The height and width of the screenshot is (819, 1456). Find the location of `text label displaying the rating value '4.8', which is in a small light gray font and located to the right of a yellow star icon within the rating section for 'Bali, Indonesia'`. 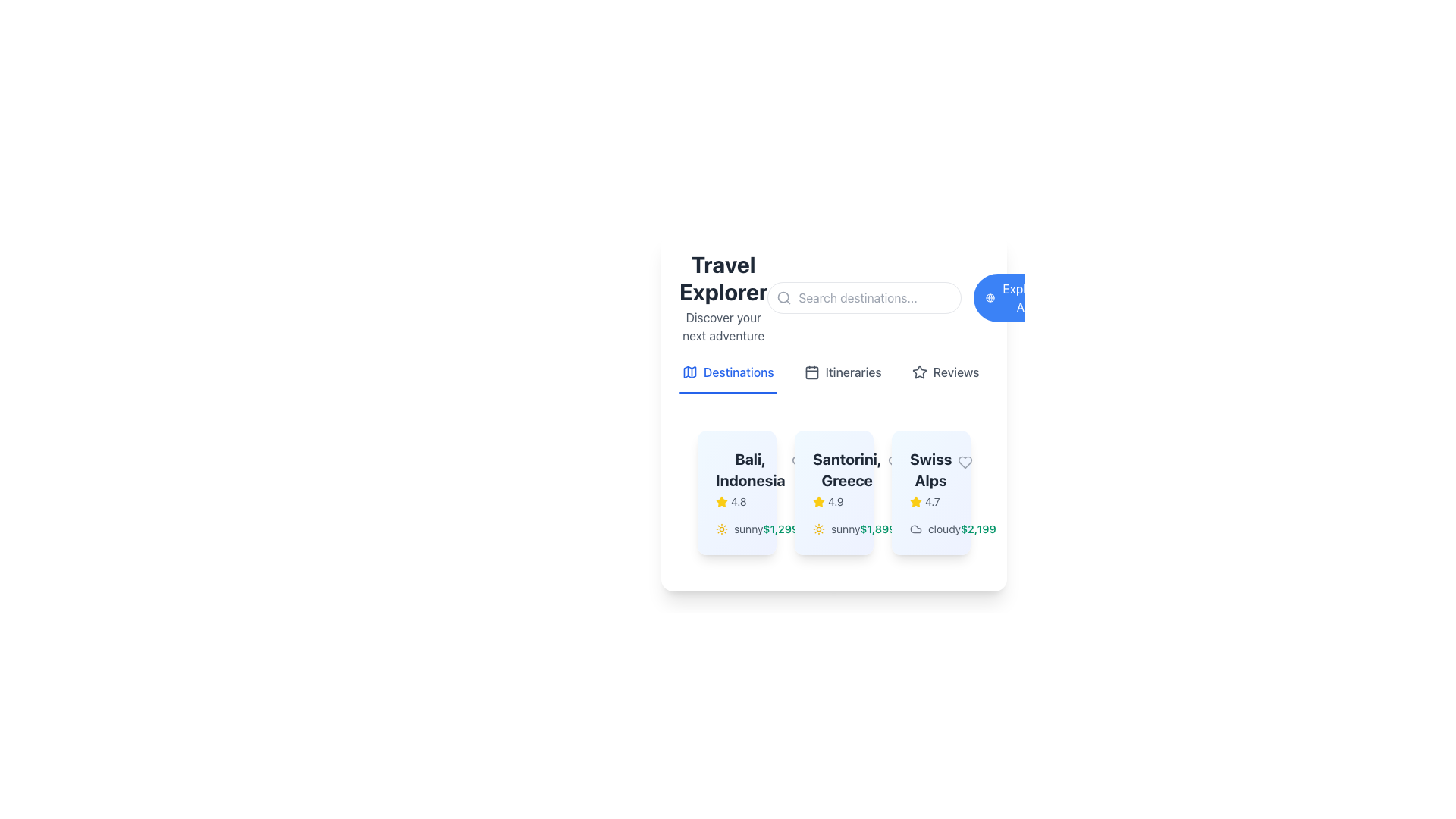

text label displaying the rating value '4.8', which is in a small light gray font and located to the right of a yellow star icon within the rating section for 'Bali, Indonesia' is located at coordinates (739, 502).